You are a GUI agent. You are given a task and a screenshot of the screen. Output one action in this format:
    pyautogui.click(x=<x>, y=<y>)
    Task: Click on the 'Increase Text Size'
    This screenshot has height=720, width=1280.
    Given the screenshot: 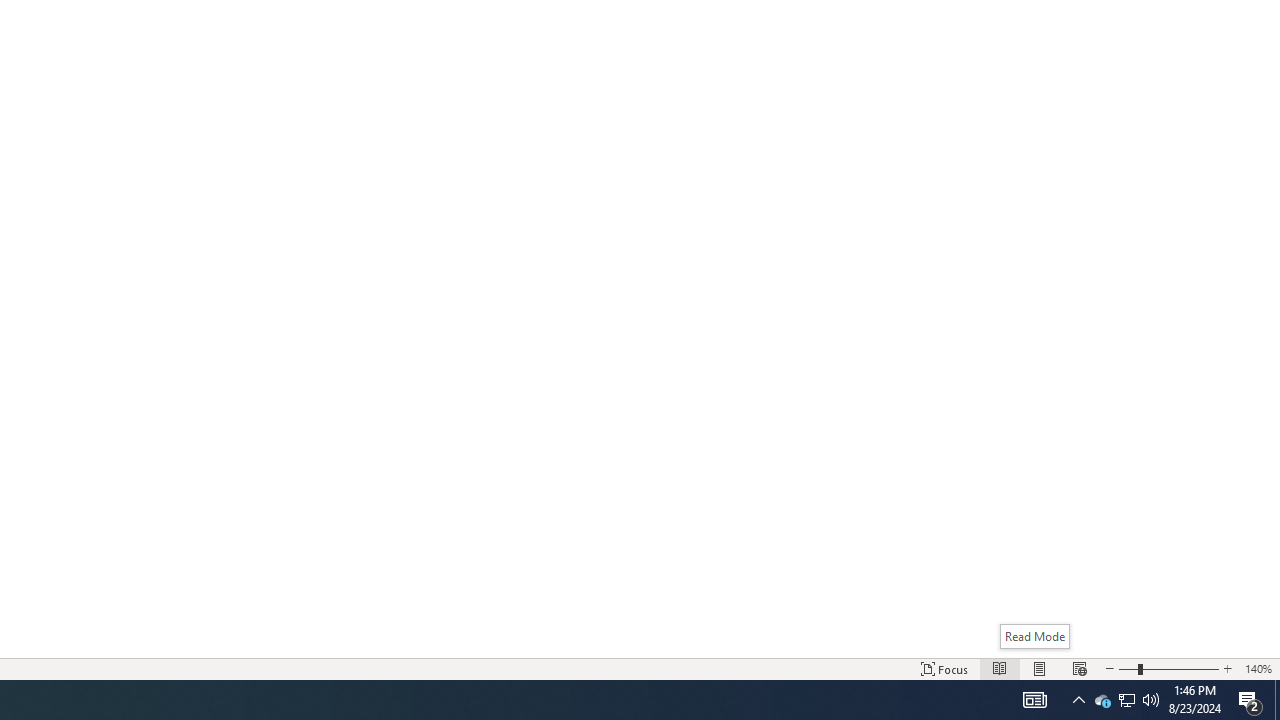 What is the action you would take?
    pyautogui.click(x=1226, y=669)
    